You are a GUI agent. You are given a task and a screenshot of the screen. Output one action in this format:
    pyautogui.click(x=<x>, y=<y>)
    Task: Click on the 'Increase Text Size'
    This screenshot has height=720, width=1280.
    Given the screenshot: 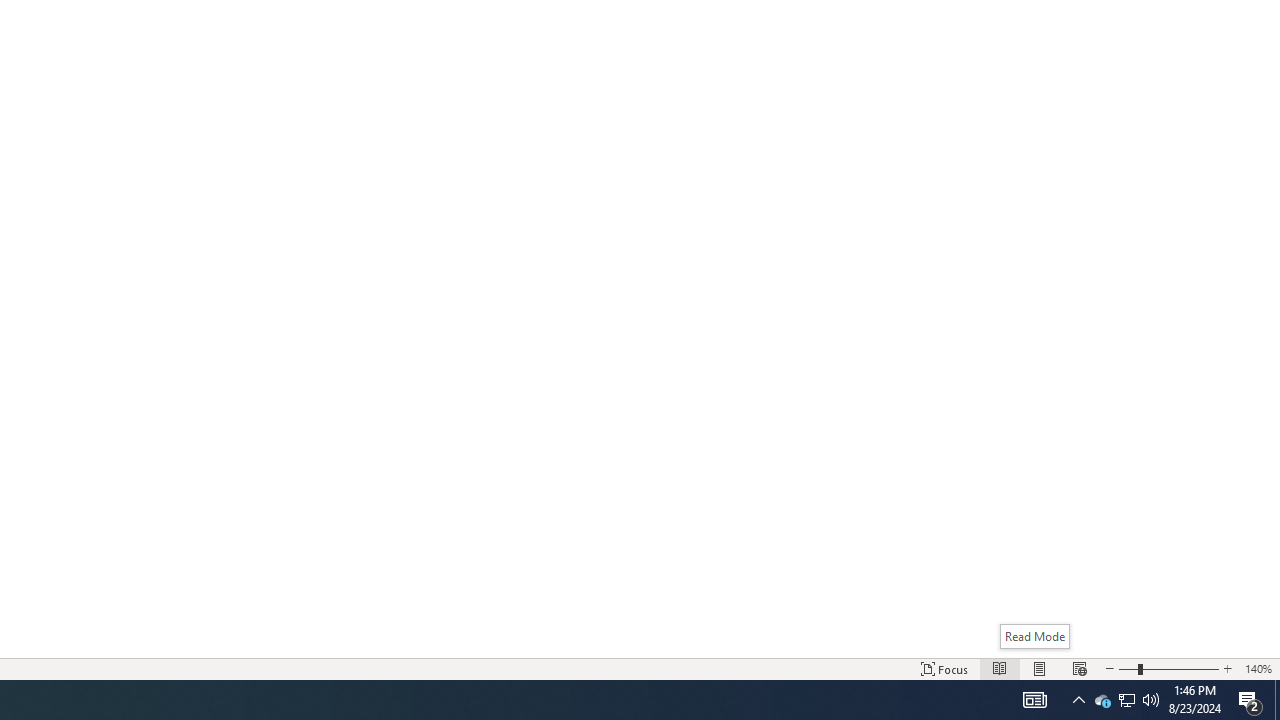 What is the action you would take?
    pyautogui.click(x=1226, y=669)
    